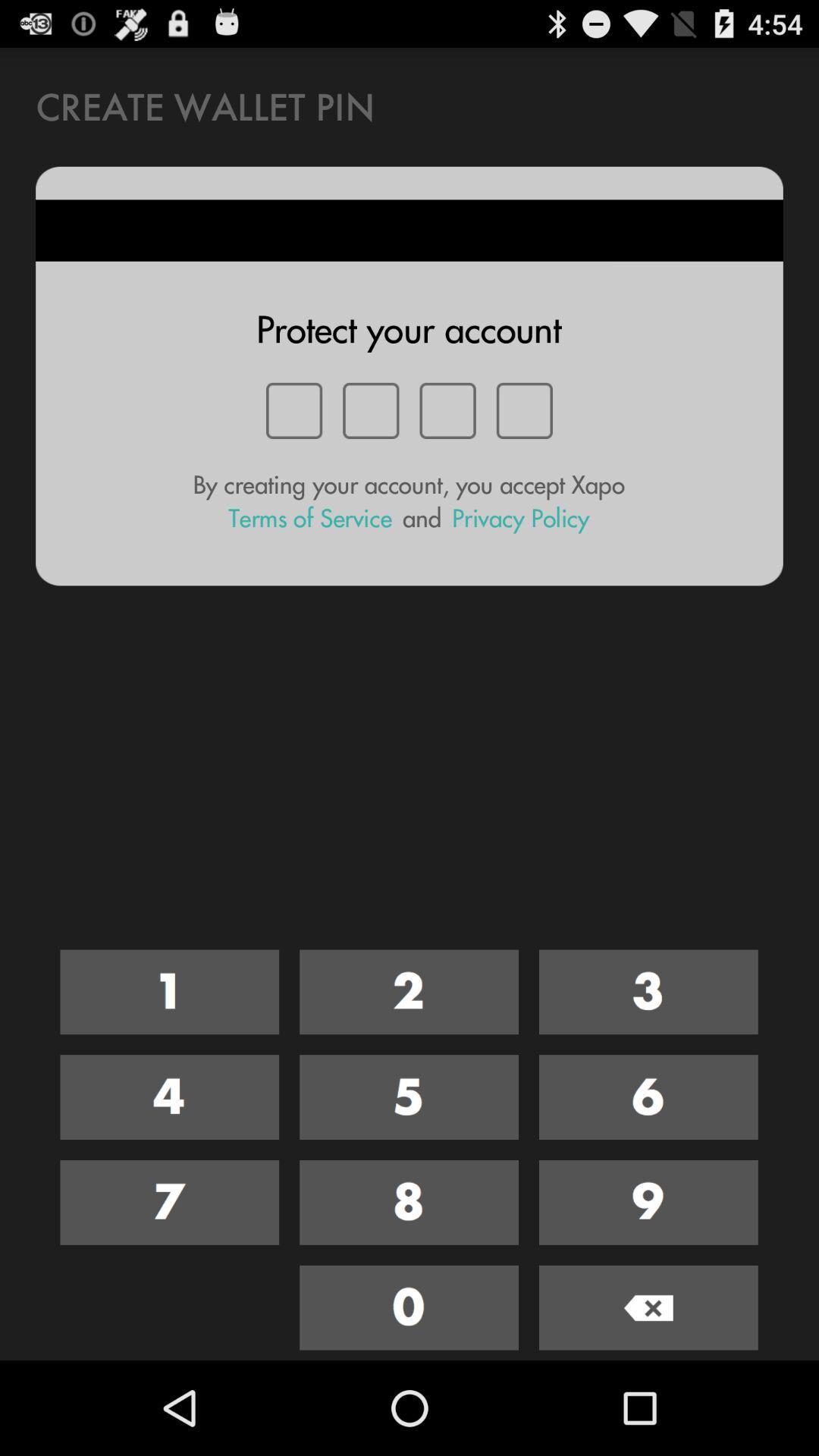  I want to click on the terms of service, so click(309, 518).